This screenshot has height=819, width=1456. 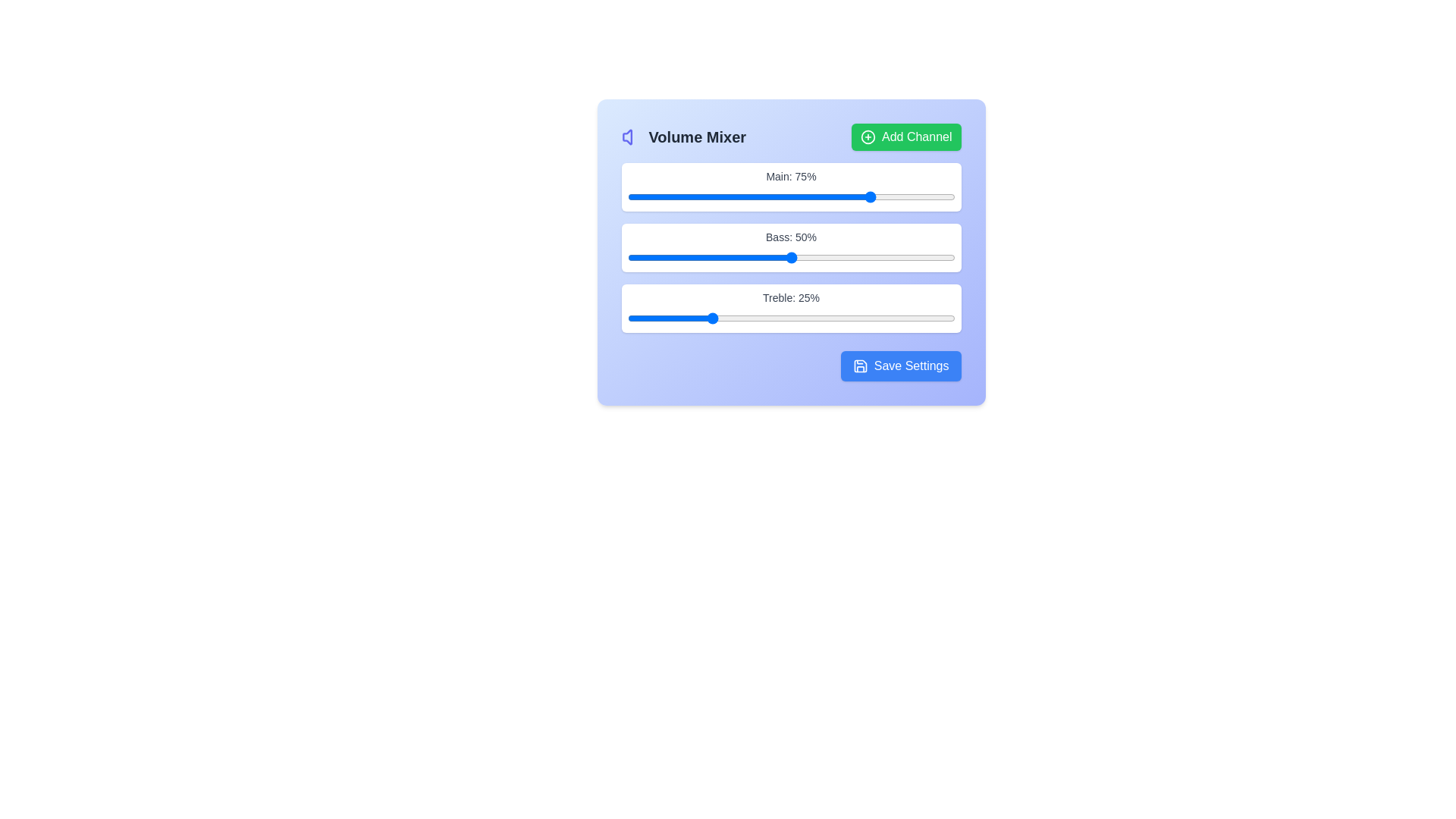 What do you see at coordinates (686, 196) in the screenshot?
I see `the main volume` at bounding box center [686, 196].